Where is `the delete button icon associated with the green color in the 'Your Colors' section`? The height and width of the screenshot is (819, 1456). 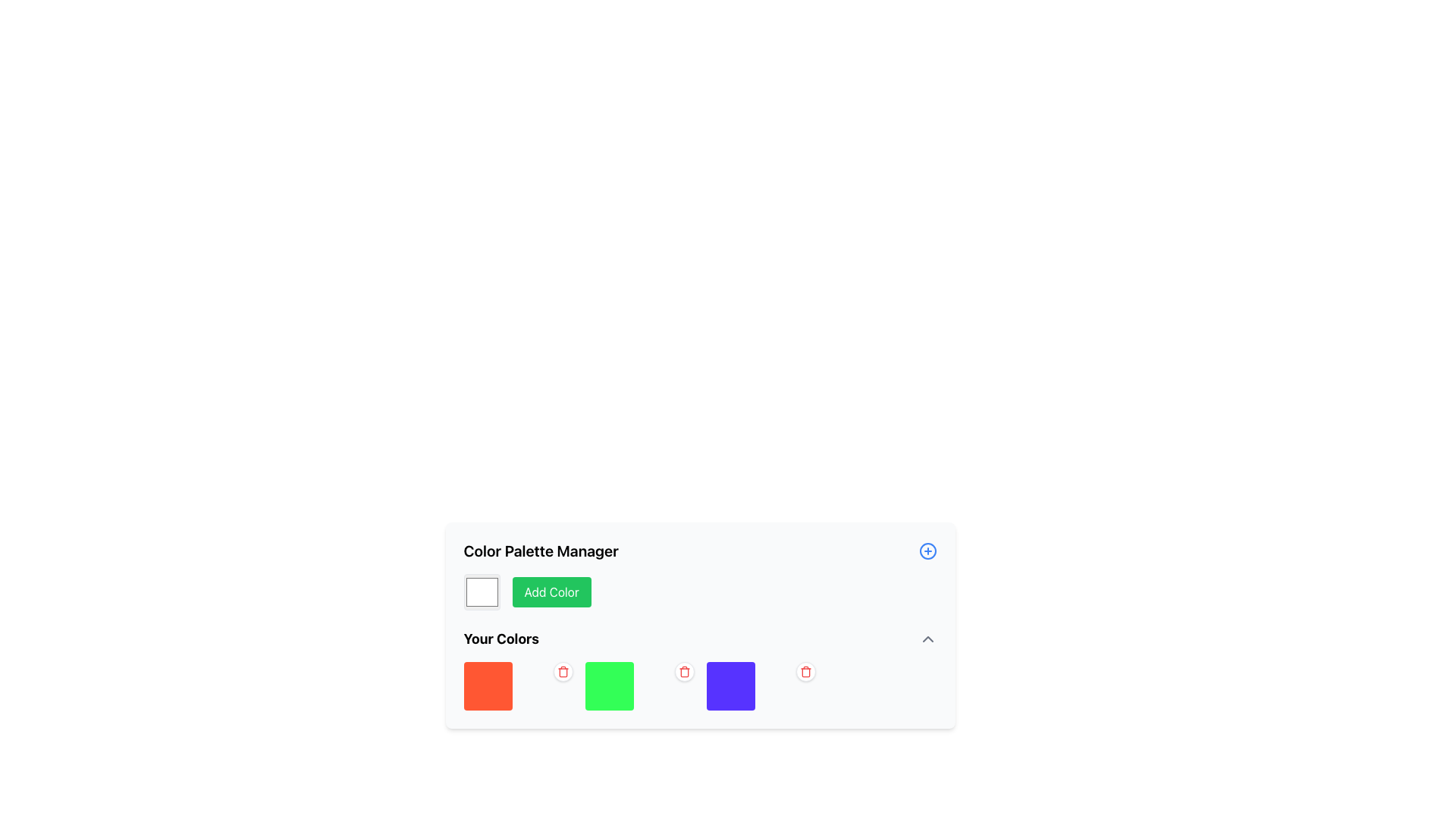
the delete button icon associated with the green color in the 'Your Colors' section is located at coordinates (562, 671).